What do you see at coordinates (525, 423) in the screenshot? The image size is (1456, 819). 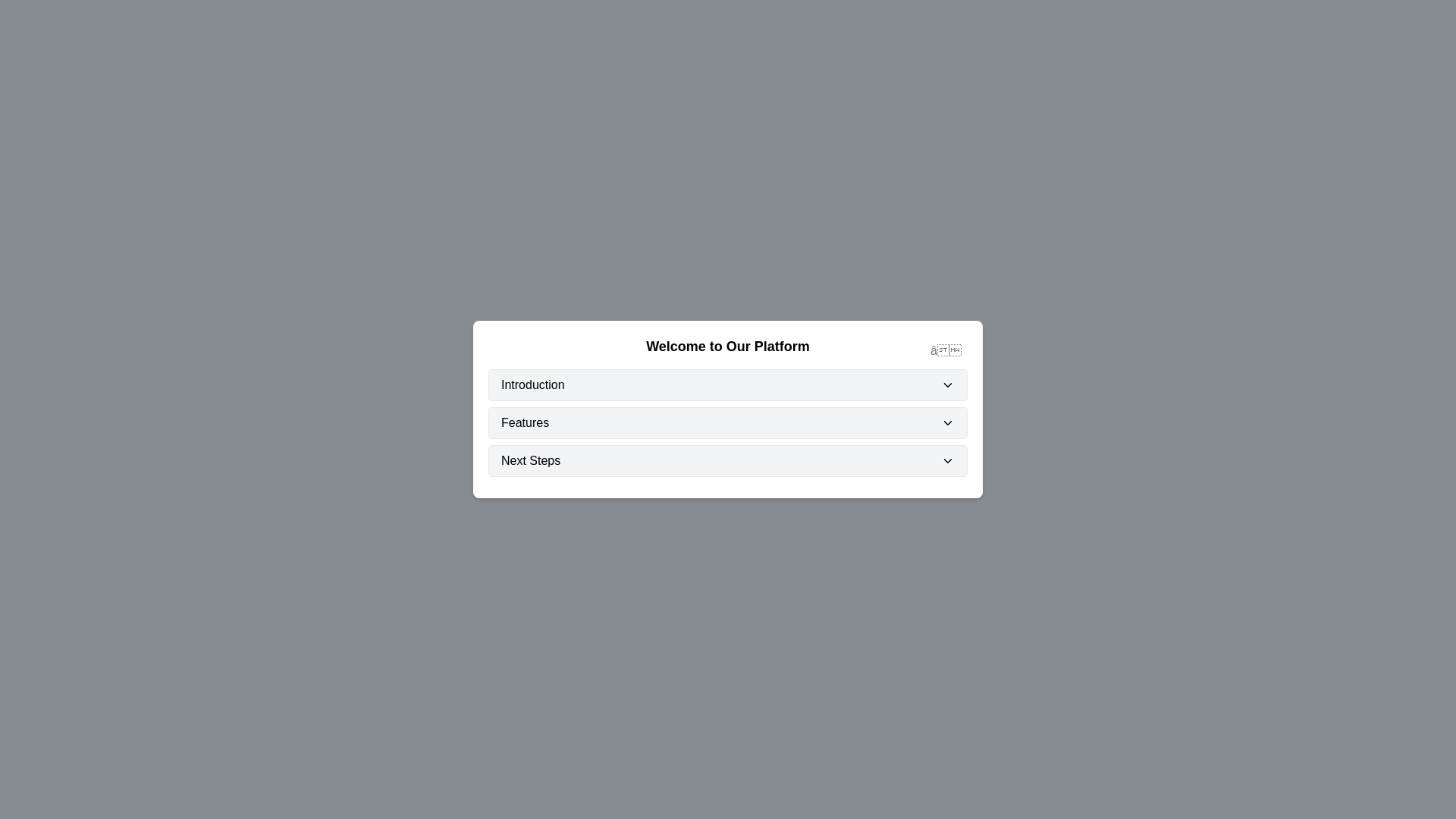 I see `the 'Features' text label, which is styled in a medium-weight font and is located in the second row of a vertical list under the header 'Welcome to Our Platform'` at bounding box center [525, 423].